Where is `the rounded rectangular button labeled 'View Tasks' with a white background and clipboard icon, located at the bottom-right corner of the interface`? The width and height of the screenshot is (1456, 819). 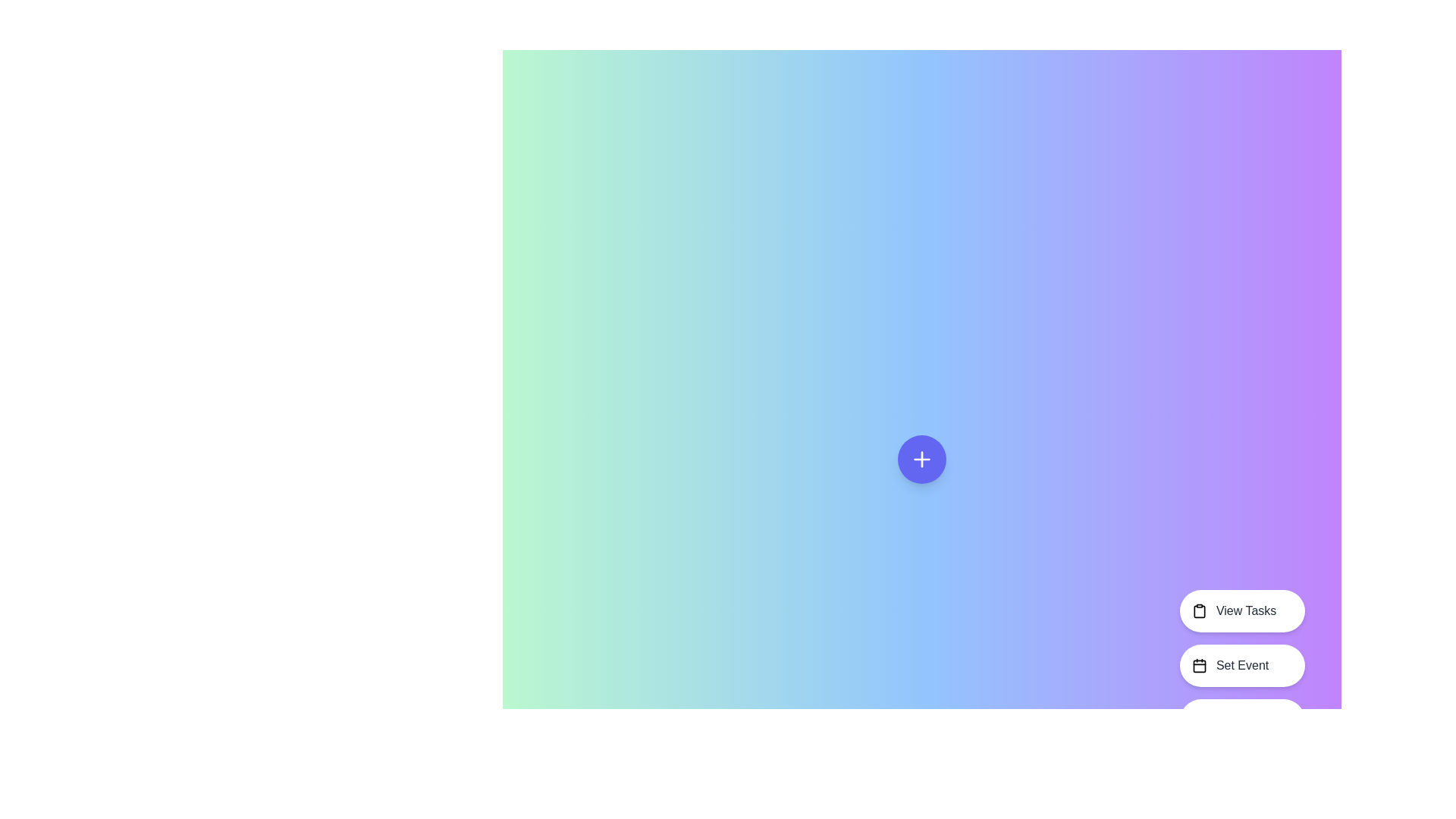
the rounded rectangular button labeled 'View Tasks' with a white background and clipboard icon, located at the bottom-right corner of the interface is located at coordinates (1242, 610).